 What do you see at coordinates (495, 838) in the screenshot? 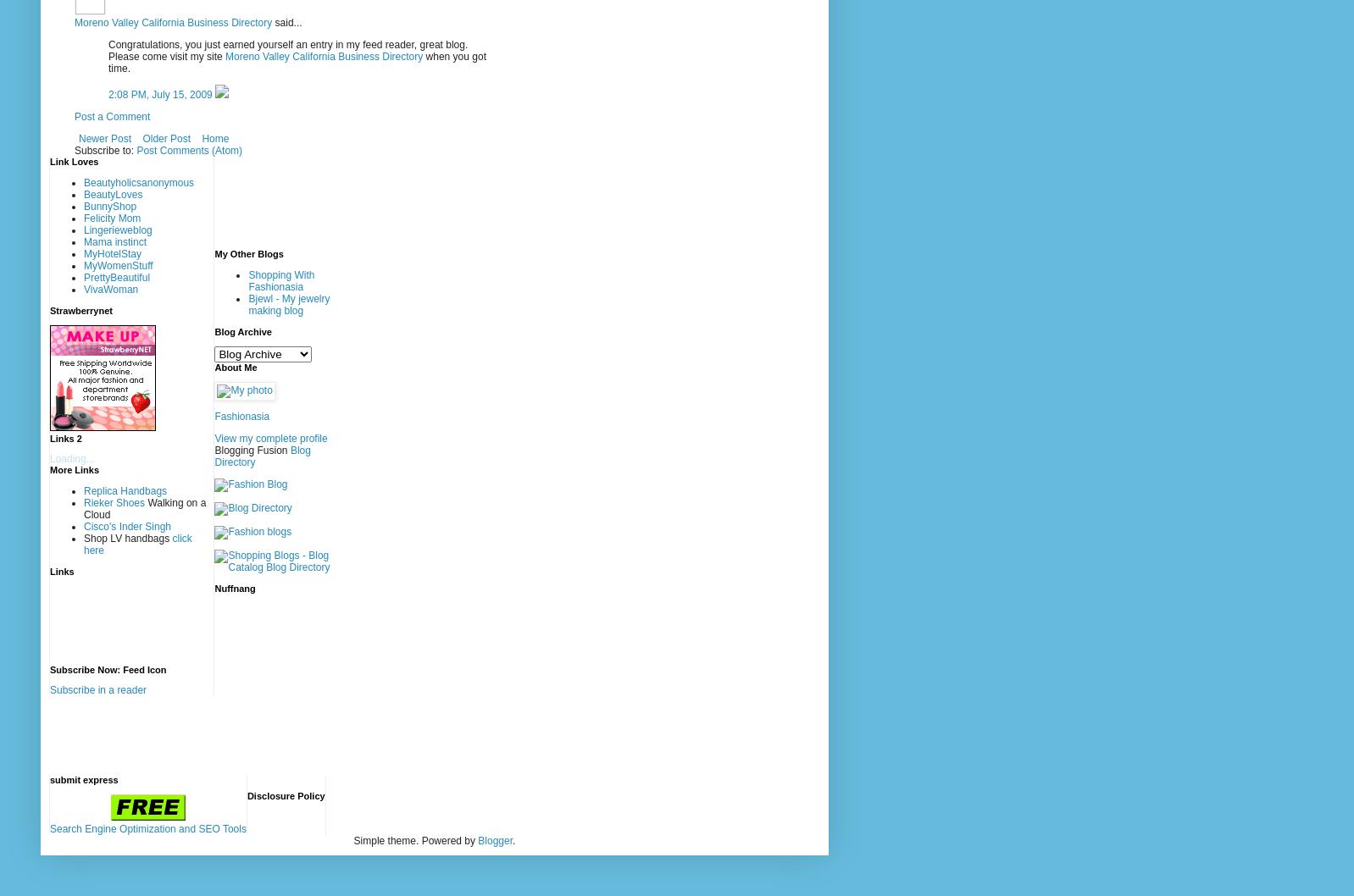
I see `'Blogger'` at bounding box center [495, 838].